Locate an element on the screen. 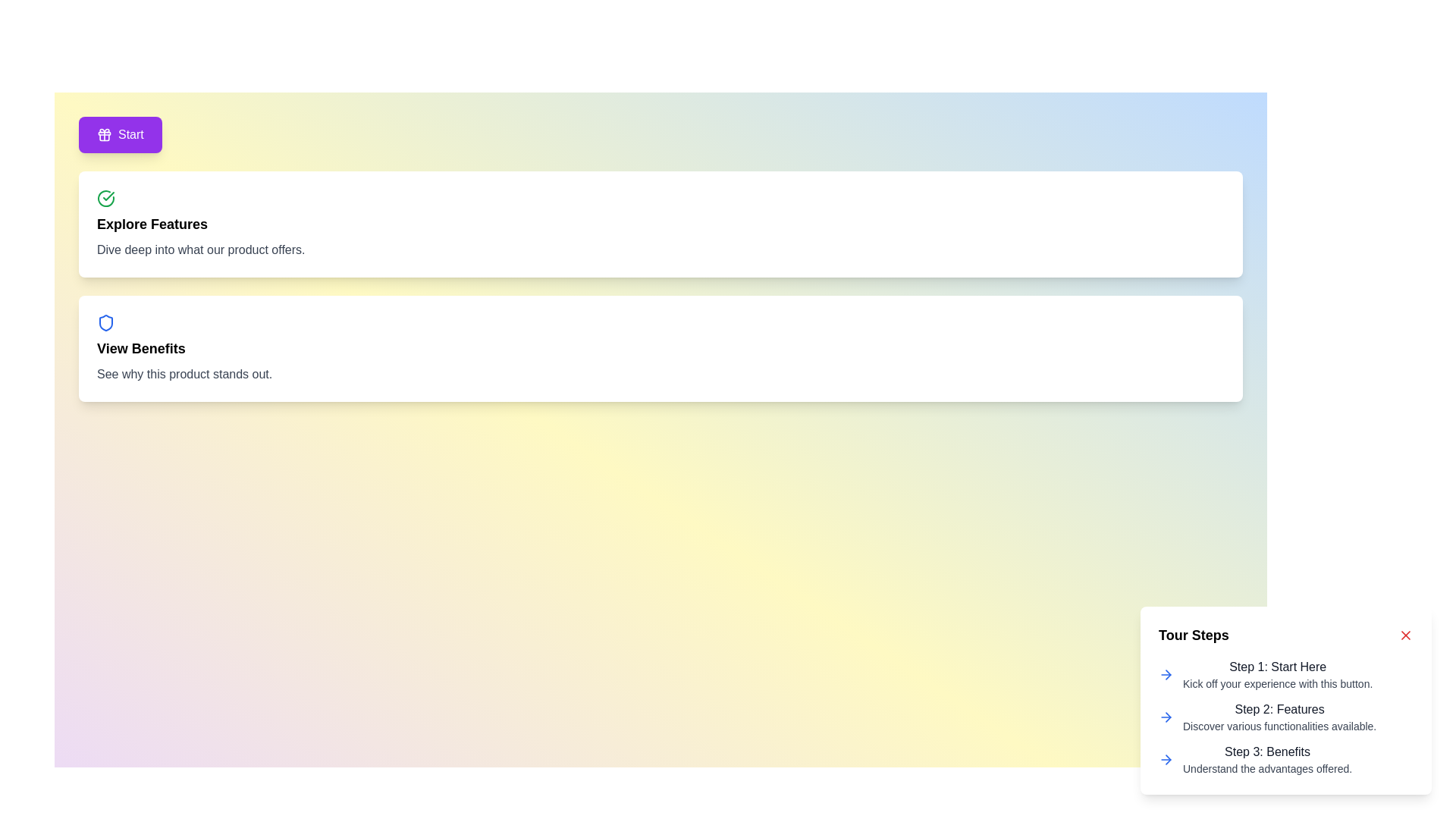  the appearance of the green checkmark icon with a rounded stroke style, located within the 'Explore Features' card under a green circular icon in the upper left section of the layout is located at coordinates (108, 195).